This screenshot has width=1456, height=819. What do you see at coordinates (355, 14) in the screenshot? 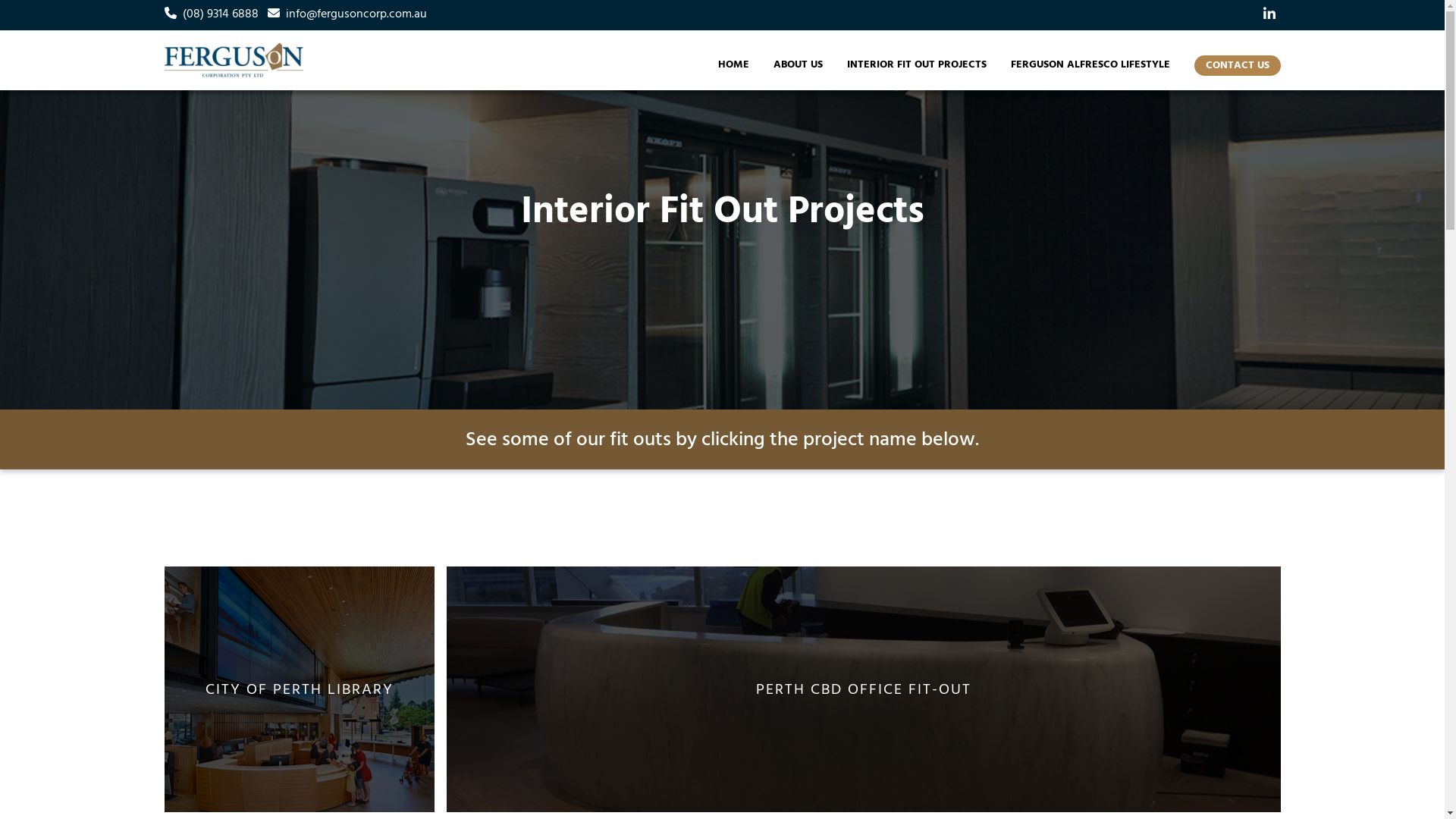
I see `'info@fergusoncorp.com.au'` at bounding box center [355, 14].